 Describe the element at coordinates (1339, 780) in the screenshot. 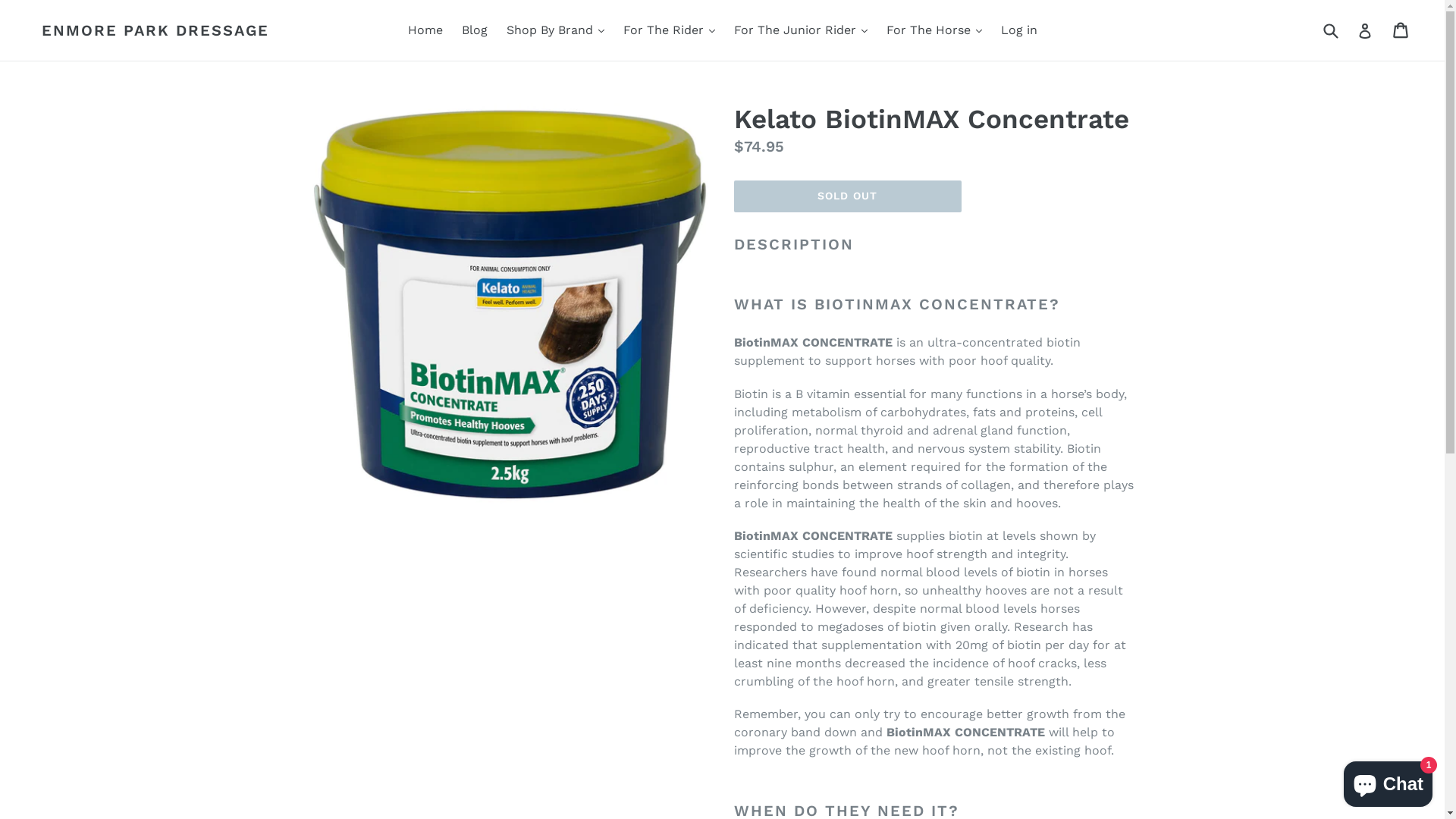

I see `'Shopify online store chat'` at that location.